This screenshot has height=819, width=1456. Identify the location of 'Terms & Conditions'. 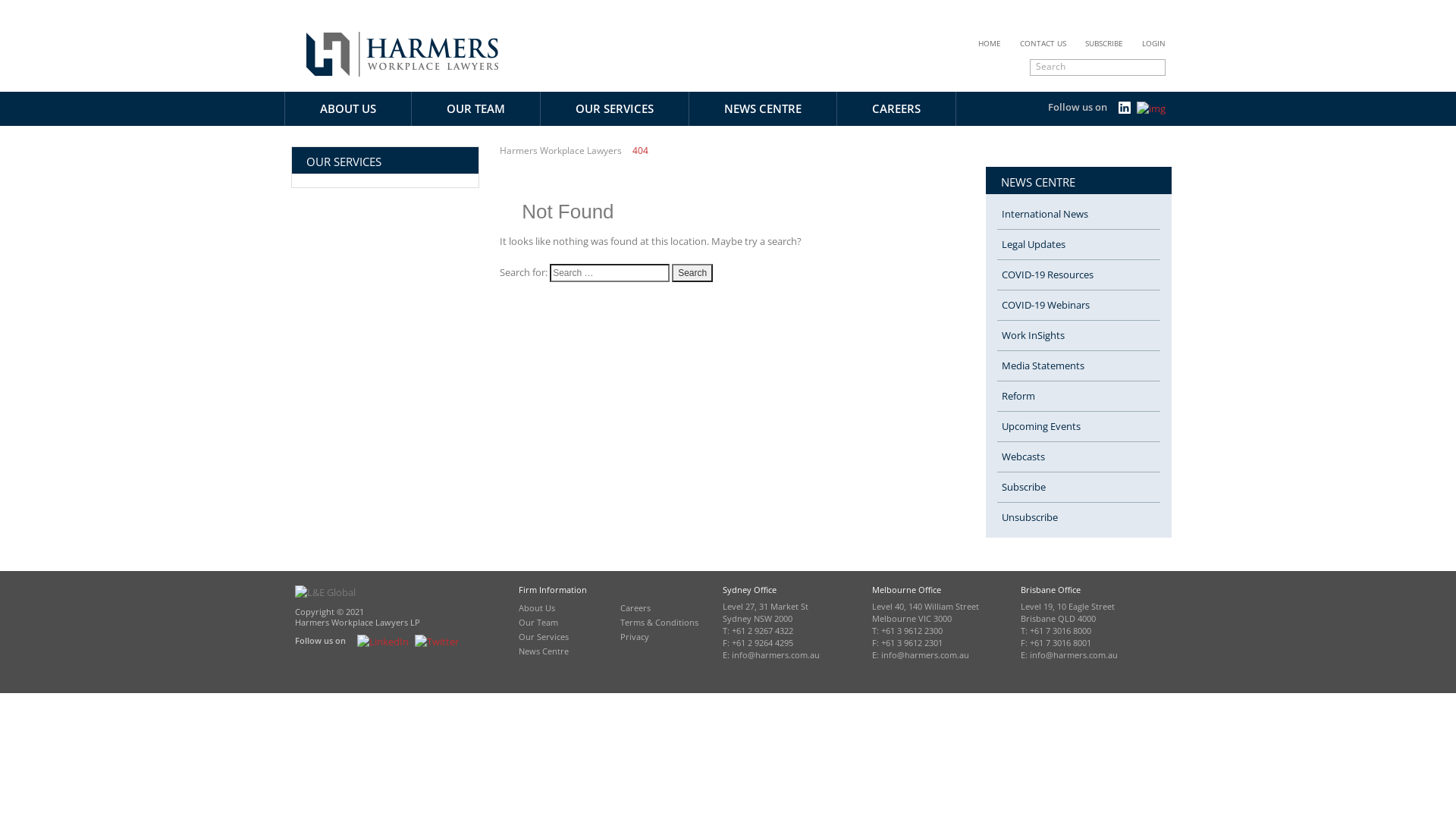
(659, 622).